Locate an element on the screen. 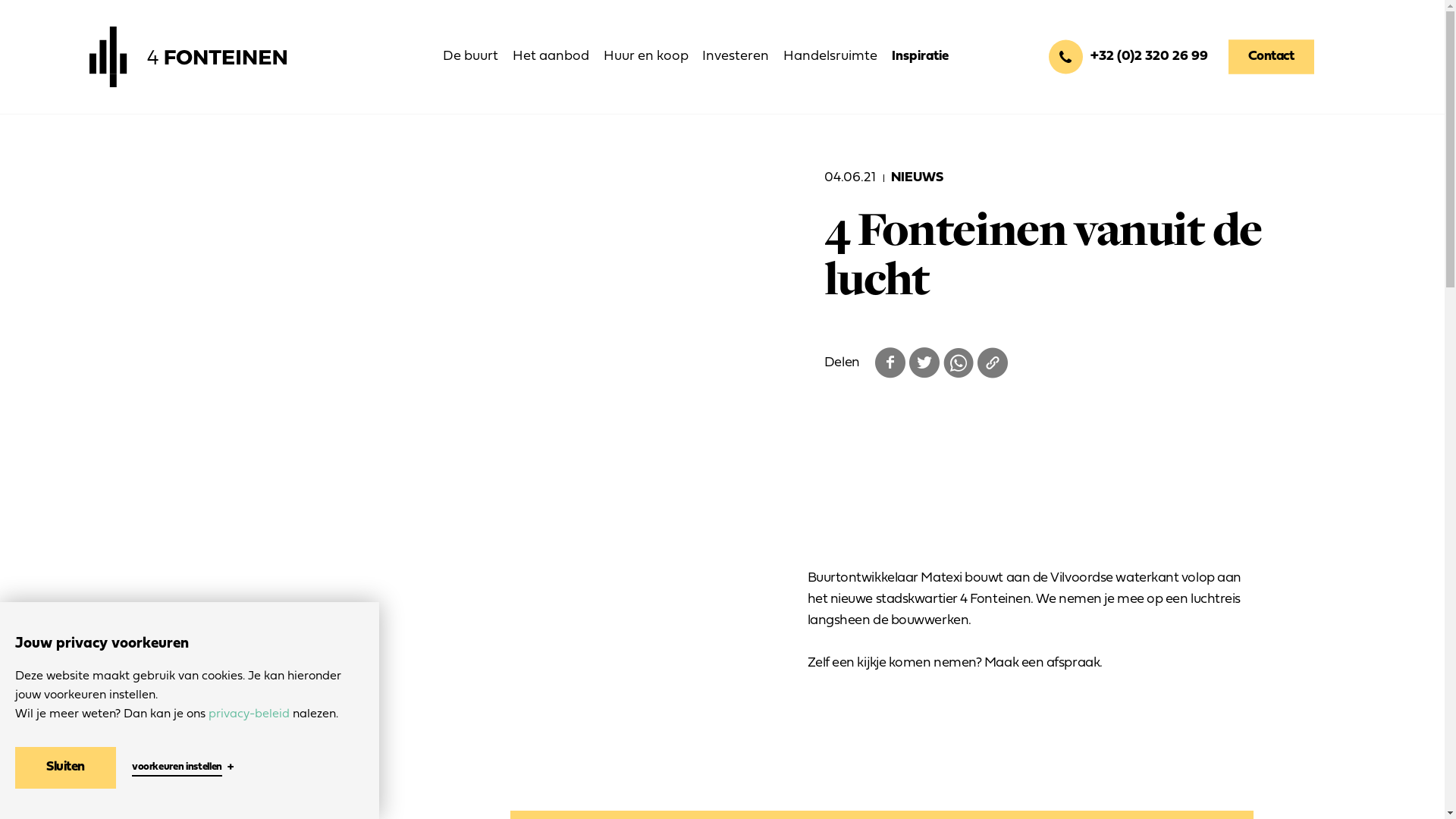  'Het aanbod' is located at coordinates (550, 55).